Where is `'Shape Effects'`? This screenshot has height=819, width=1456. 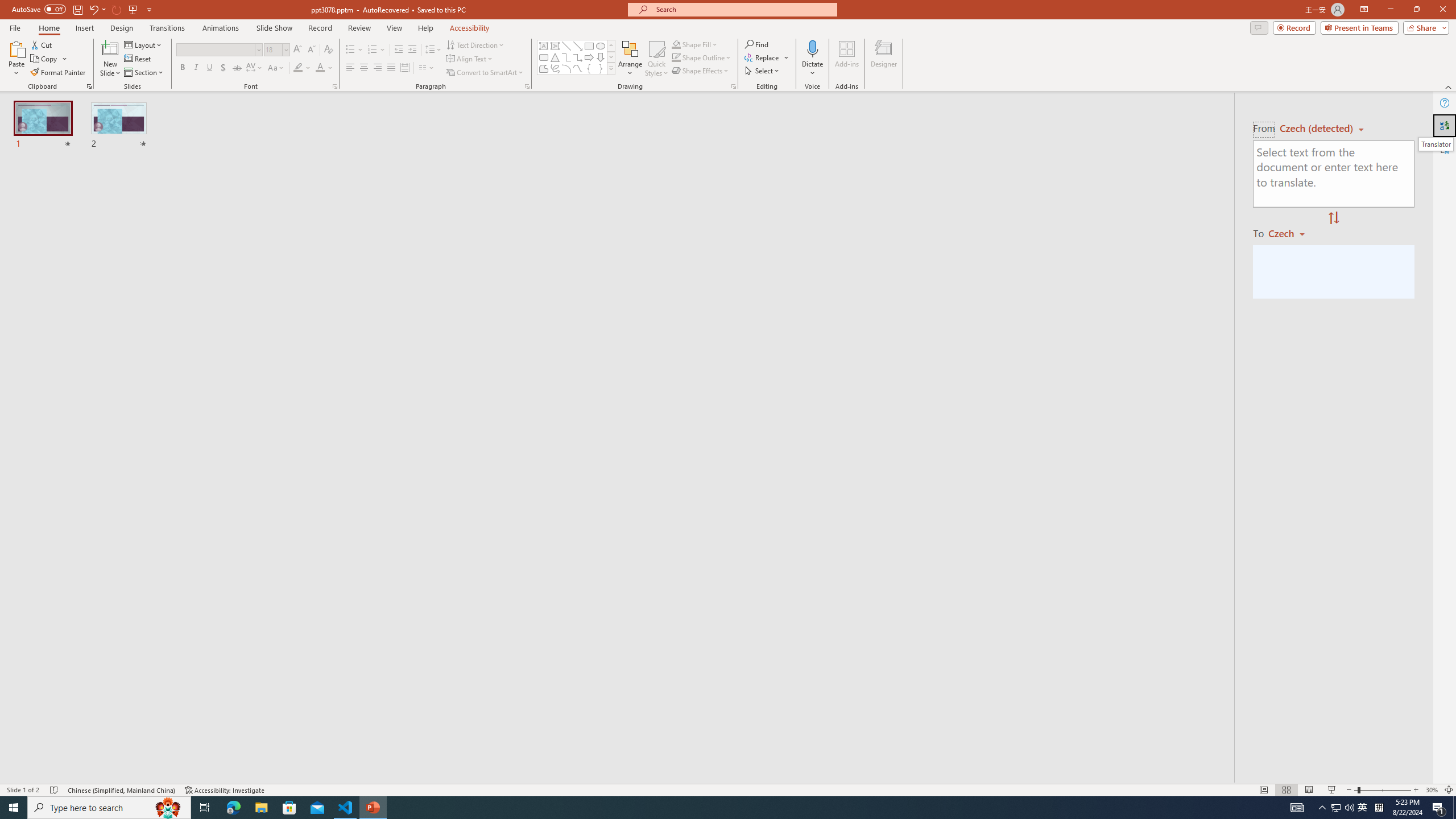
'Shape Effects' is located at coordinates (700, 69).